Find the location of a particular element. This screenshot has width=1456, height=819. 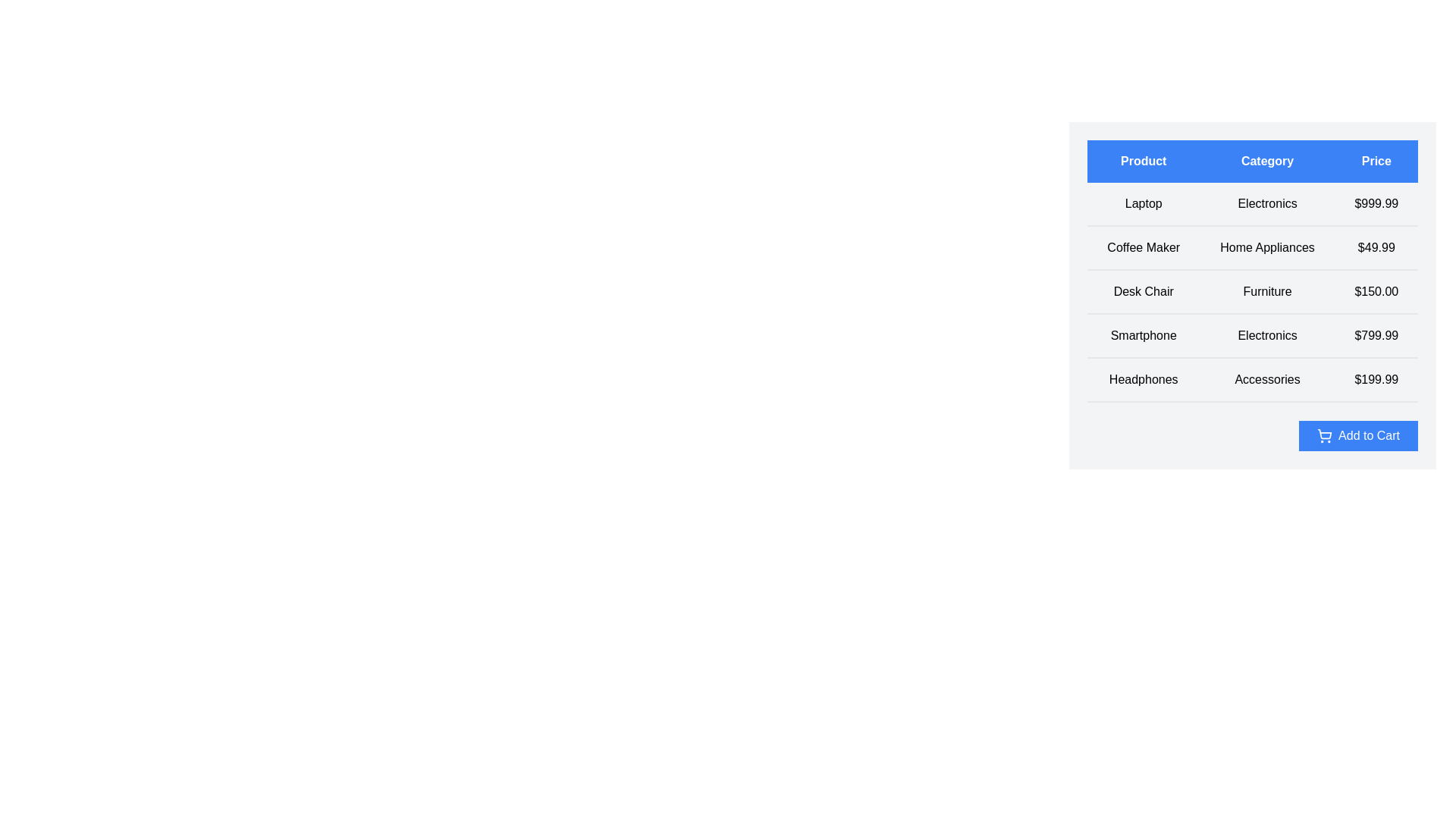

the 'Laptop' text label in the 'Product' list, which is located in the first column of a table, above 'Coffee Maker' is located at coordinates (1144, 203).